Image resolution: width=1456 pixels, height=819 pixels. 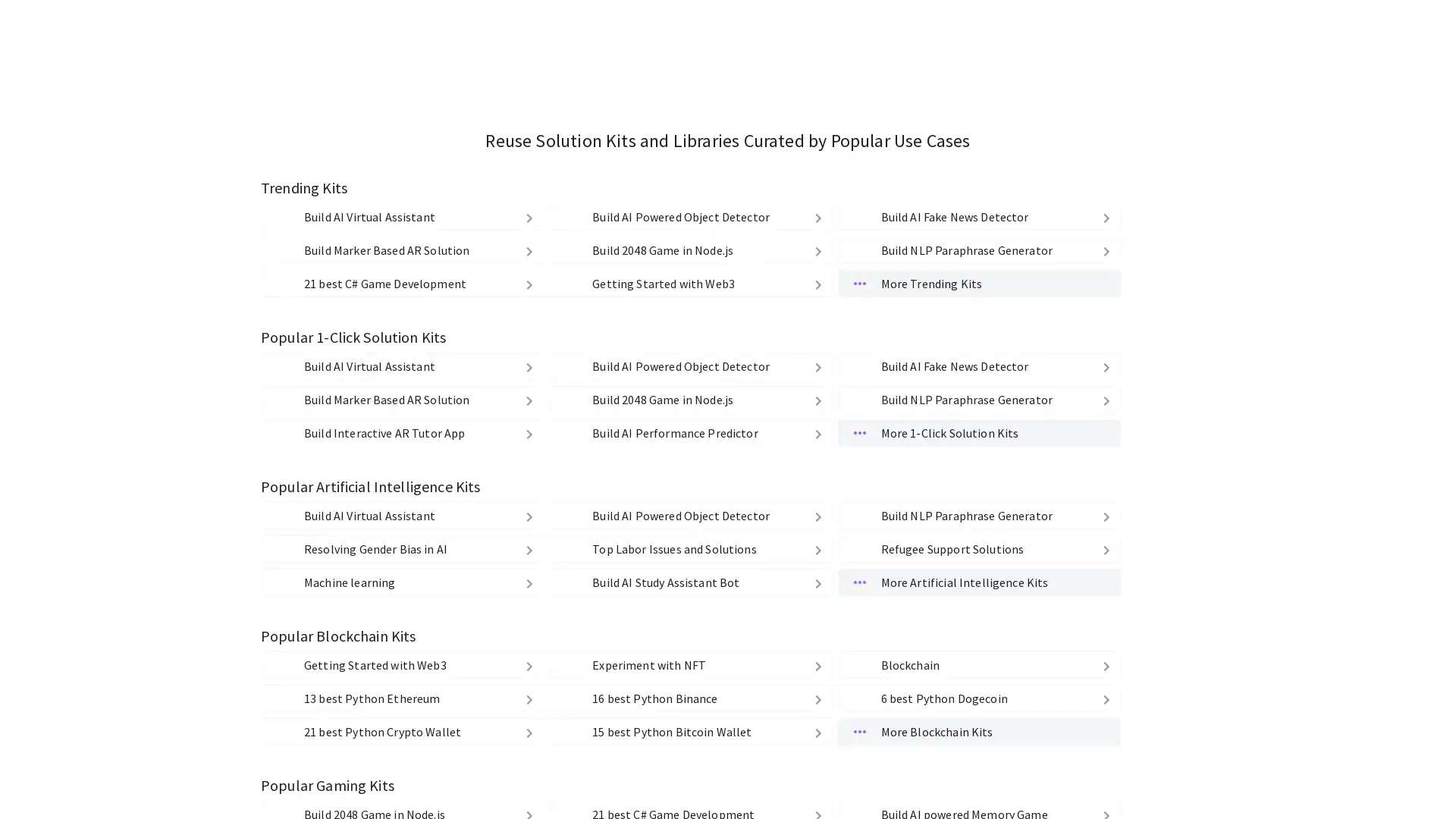 What do you see at coordinates (978, 596) in the screenshot?
I see `spotting-fake-news Build AI Fake News Detector` at bounding box center [978, 596].